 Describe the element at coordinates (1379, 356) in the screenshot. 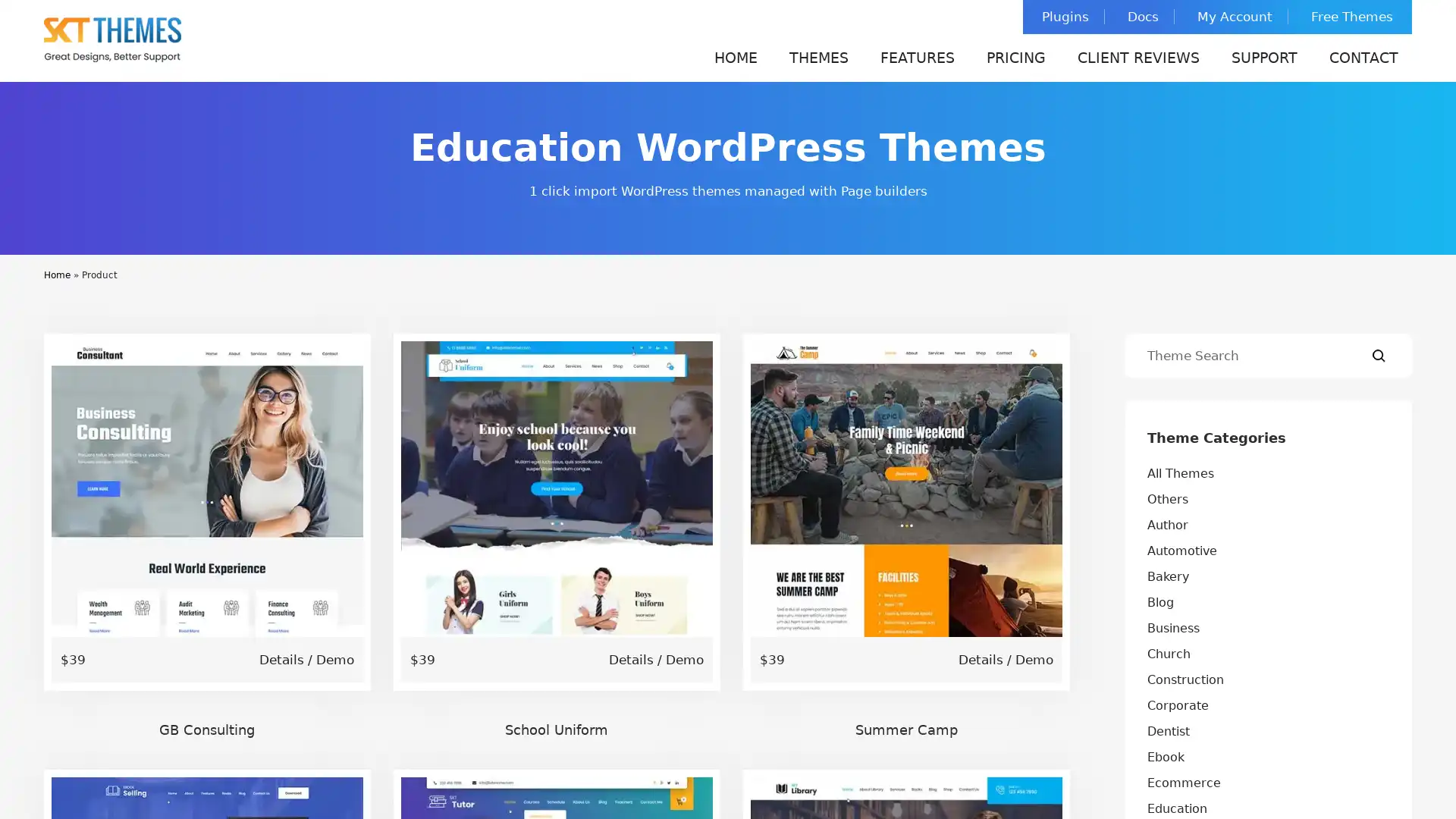

I see `Search` at that location.